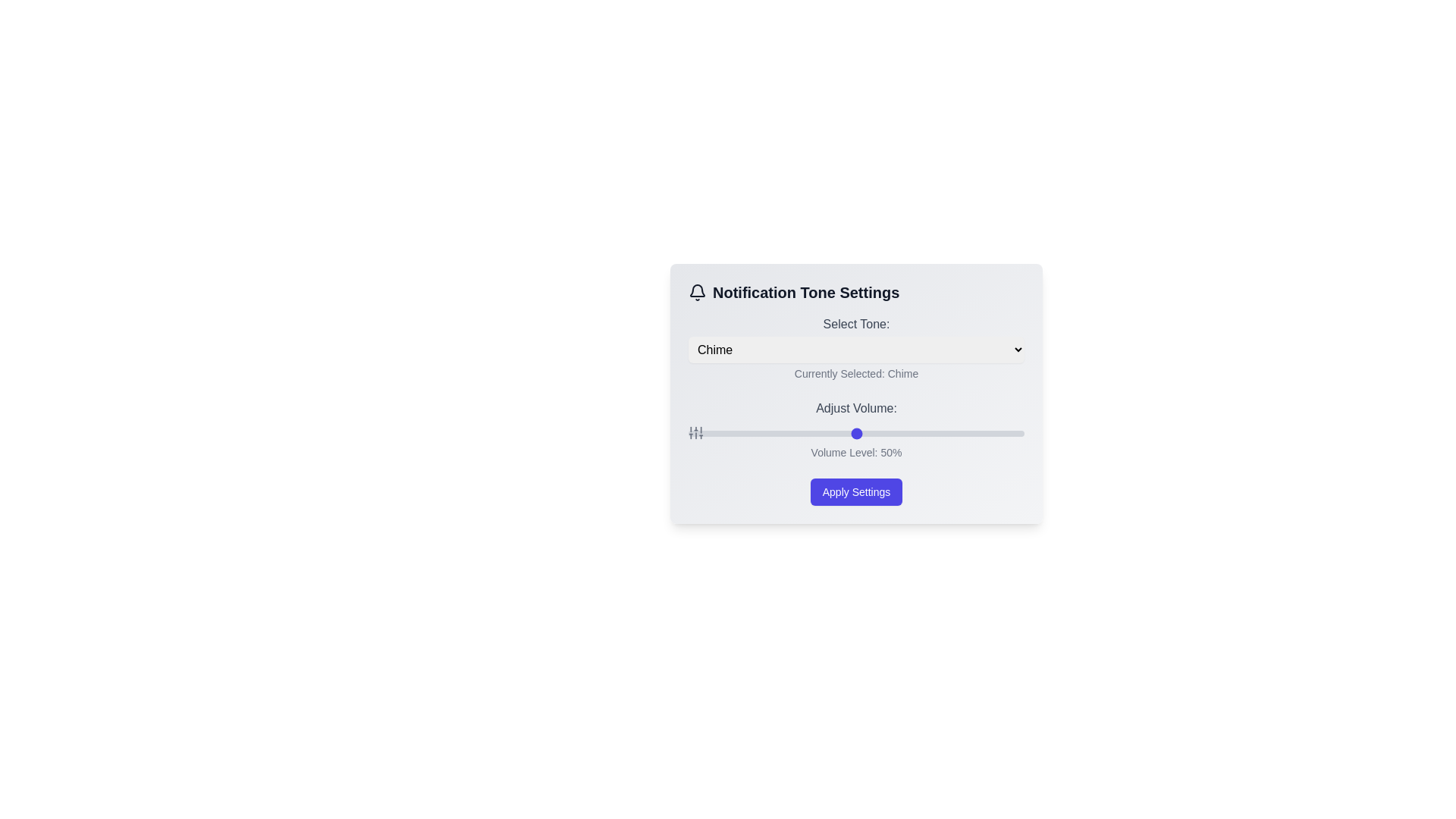 The image size is (1456, 819). What do you see at coordinates (856, 350) in the screenshot?
I see `an option from the dropdown menu located in the 'Select Tone' section of the 'Notification Tone Settings' panel, which is centered below the 'Select Tone:' label` at bounding box center [856, 350].